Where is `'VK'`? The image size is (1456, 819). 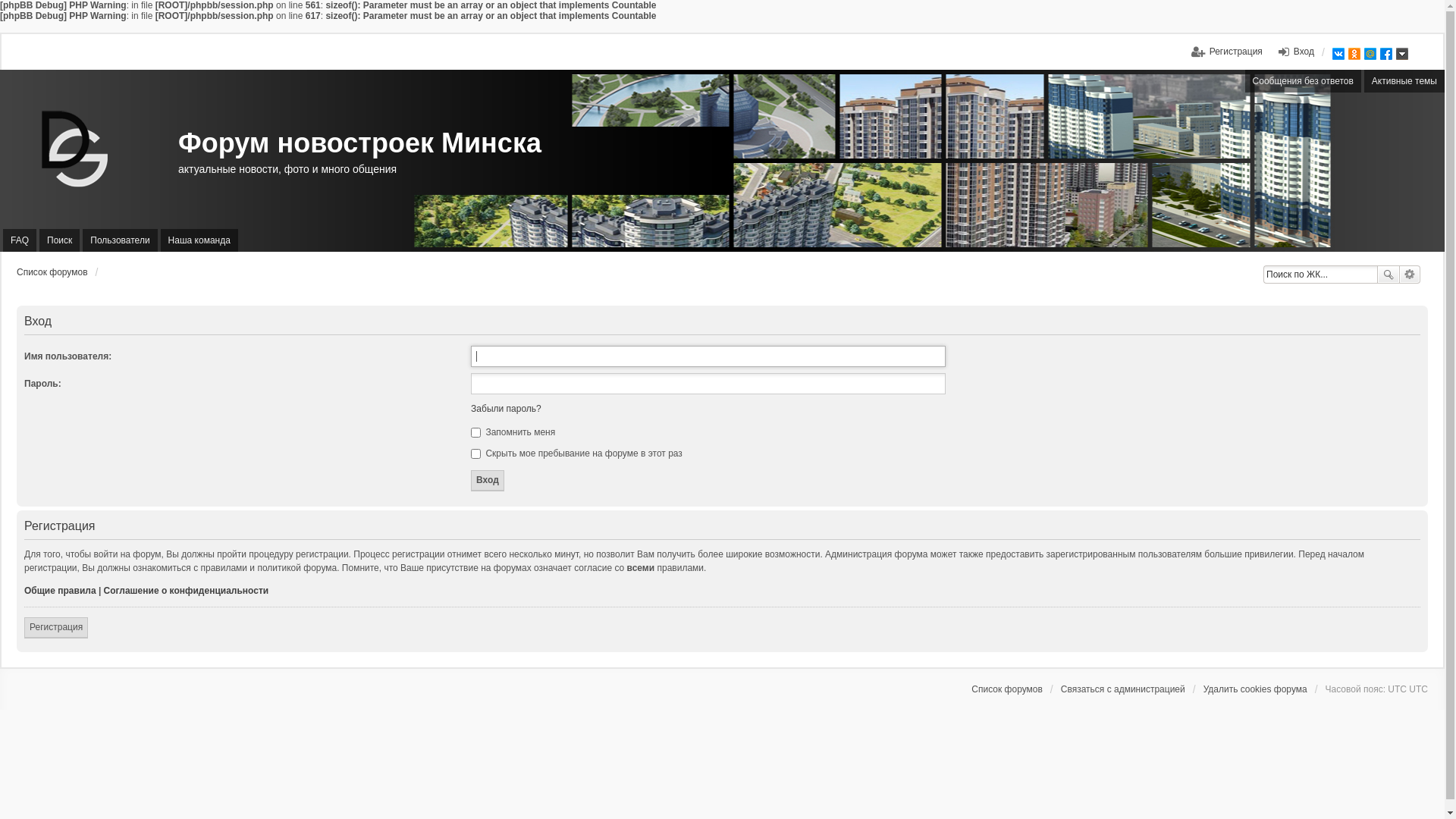 'VK' is located at coordinates (1338, 52).